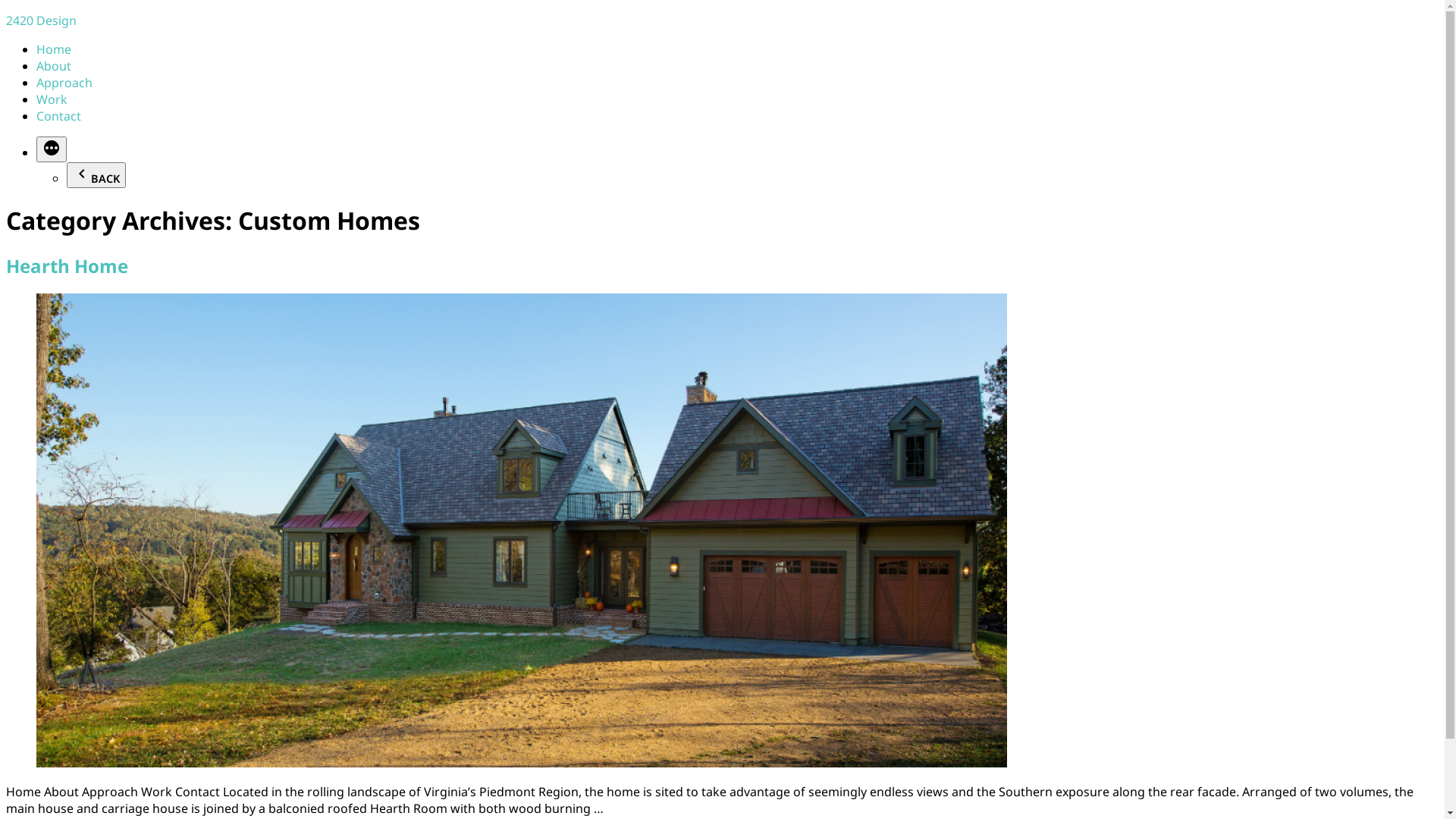 The height and width of the screenshot is (819, 1456). Describe the element at coordinates (66, 265) in the screenshot. I see `'Hearth Home'` at that location.